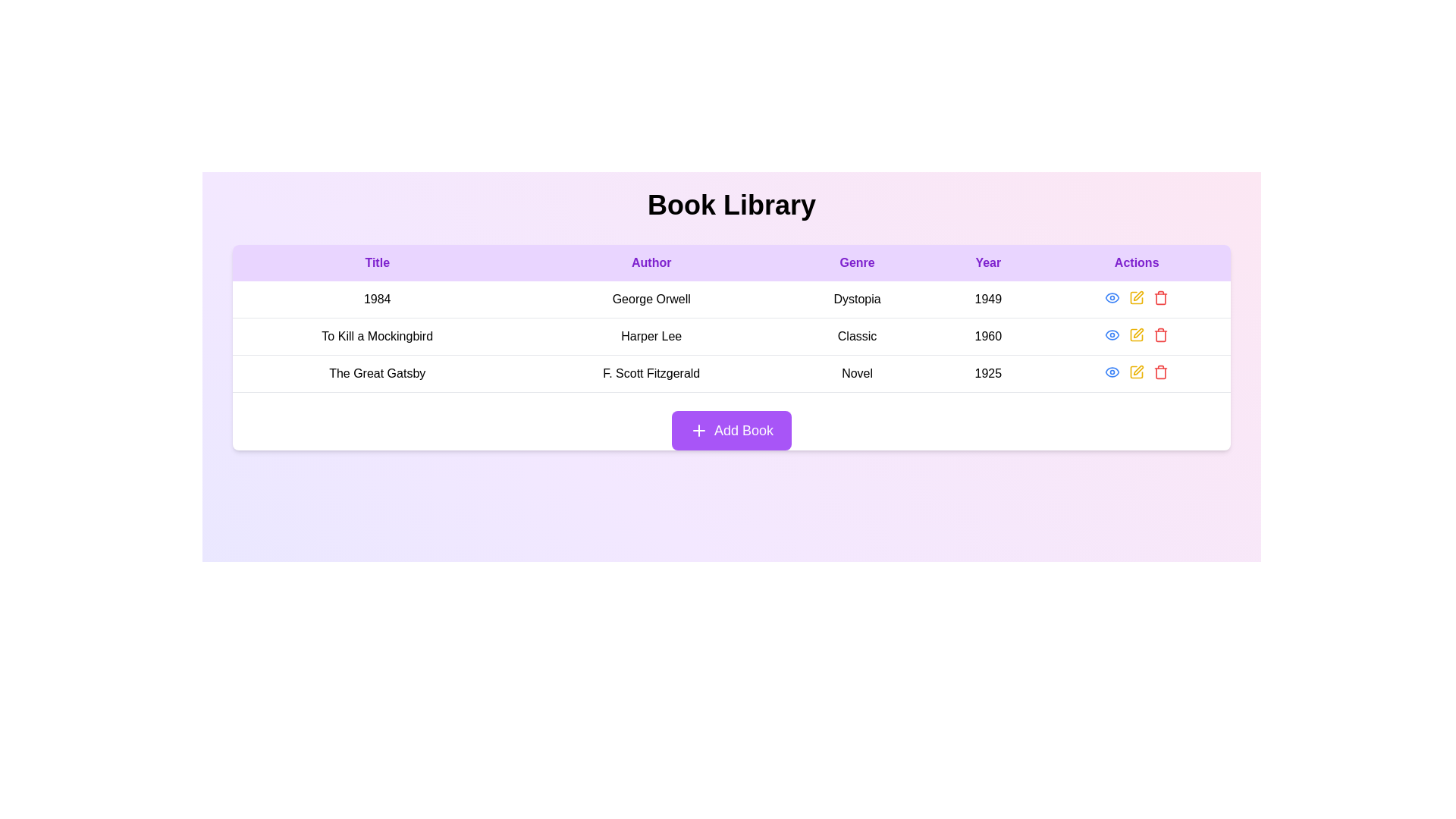 The width and height of the screenshot is (1456, 819). Describe the element at coordinates (988, 374) in the screenshot. I see `the text element displaying '1925' in the 'Year' column under 'The Great Gatsby' in the 'Book Library' section` at that location.